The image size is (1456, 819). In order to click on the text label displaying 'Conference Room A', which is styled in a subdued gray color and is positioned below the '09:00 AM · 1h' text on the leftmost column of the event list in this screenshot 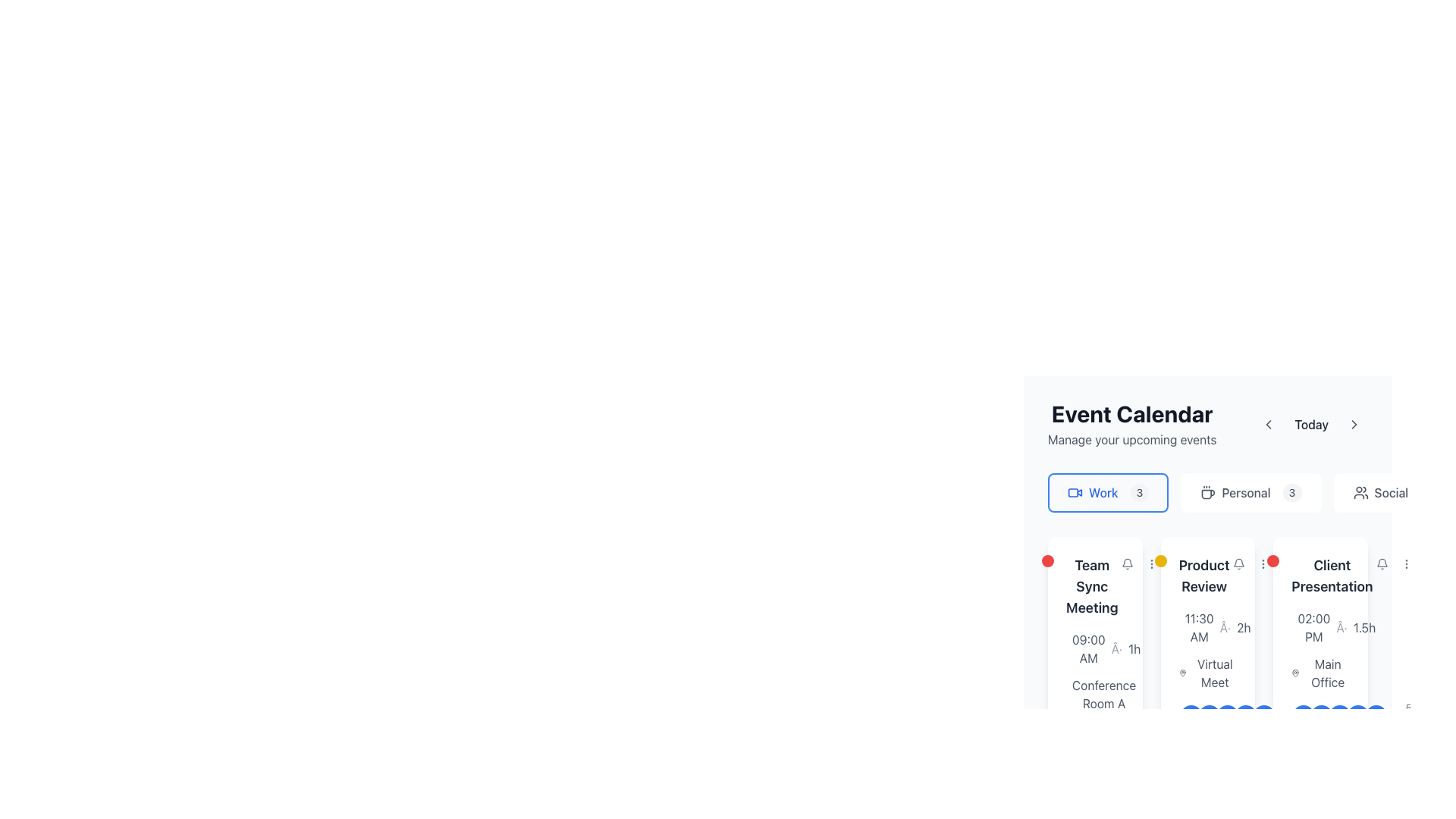, I will do `click(1095, 694)`.